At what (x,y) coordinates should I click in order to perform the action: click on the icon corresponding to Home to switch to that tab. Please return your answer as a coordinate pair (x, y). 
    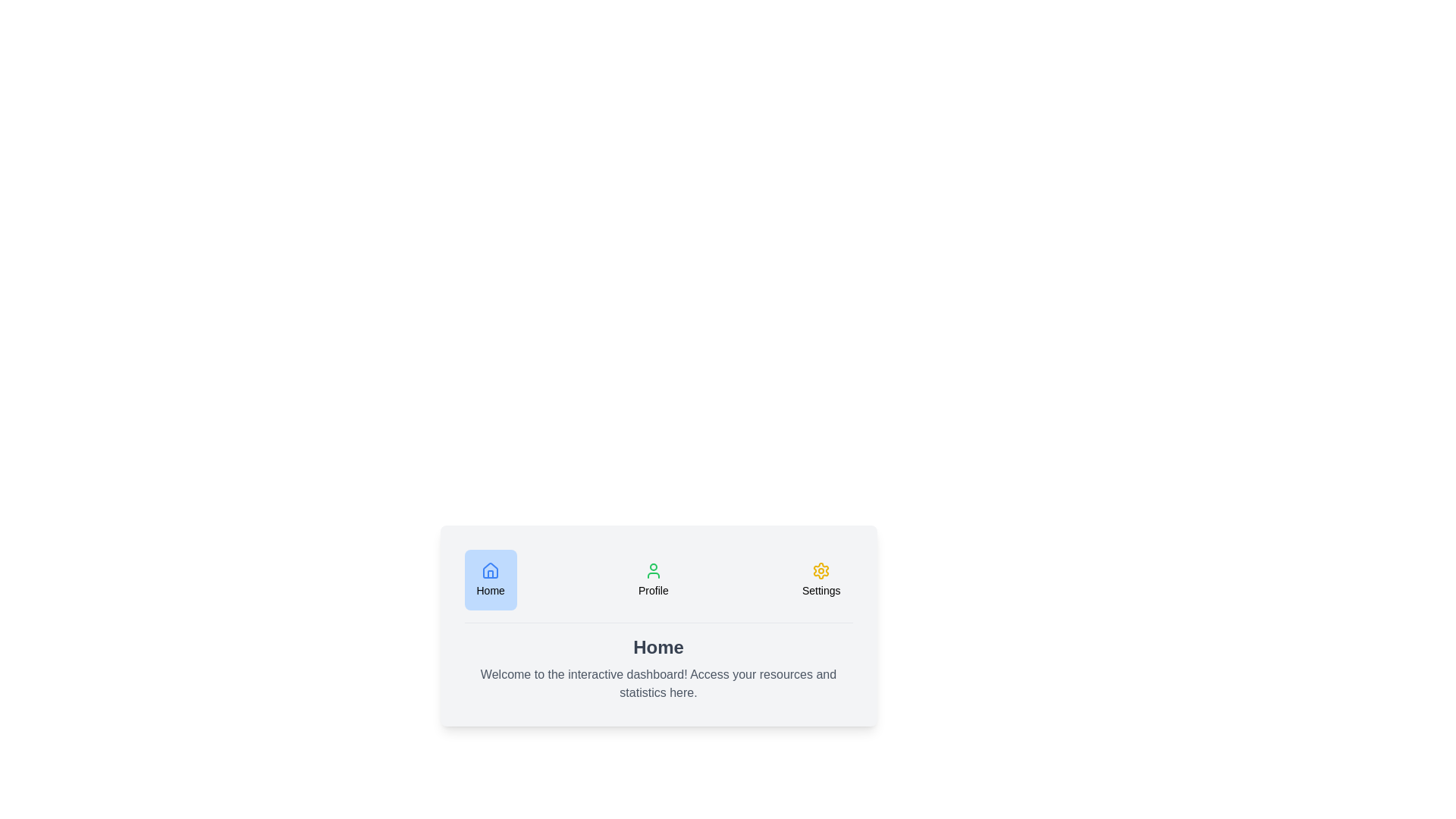
    Looking at the image, I should click on (491, 579).